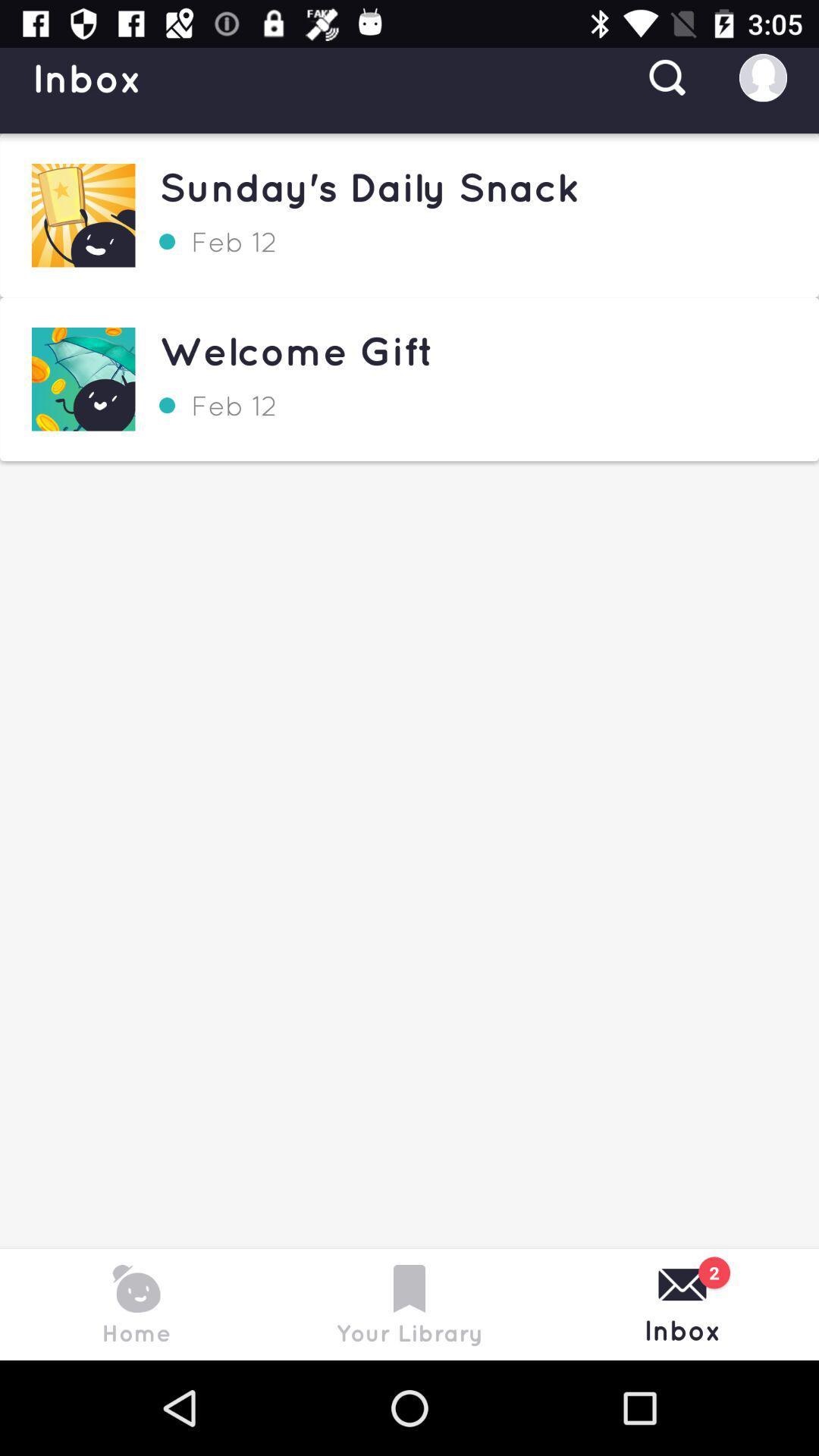 This screenshot has height=1456, width=819. I want to click on the first image appearing, so click(83, 215).